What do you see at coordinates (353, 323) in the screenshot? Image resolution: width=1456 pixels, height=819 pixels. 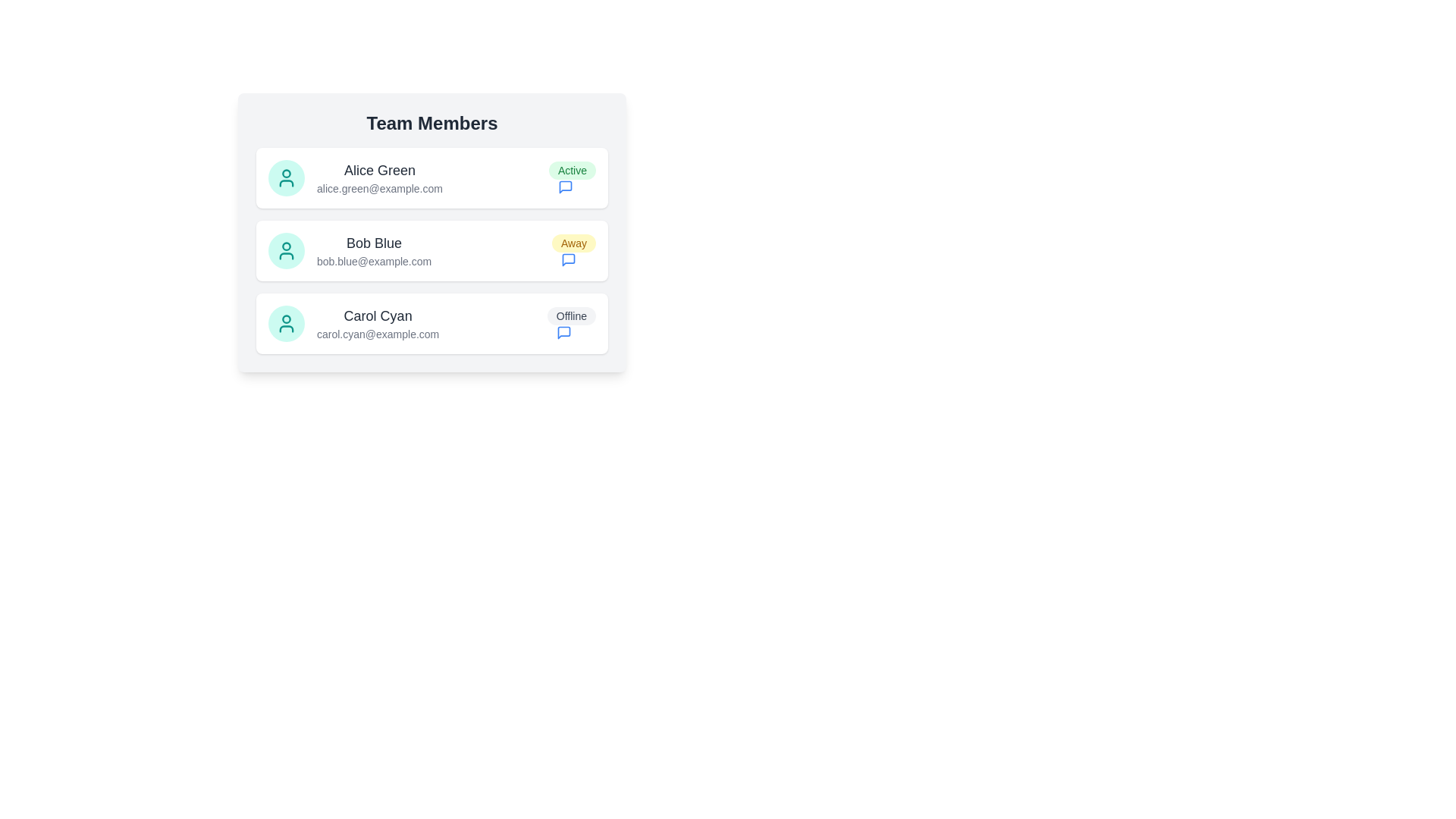 I see `the user entry displaying the profile details of Carol Cyan` at bounding box center [353, 323].